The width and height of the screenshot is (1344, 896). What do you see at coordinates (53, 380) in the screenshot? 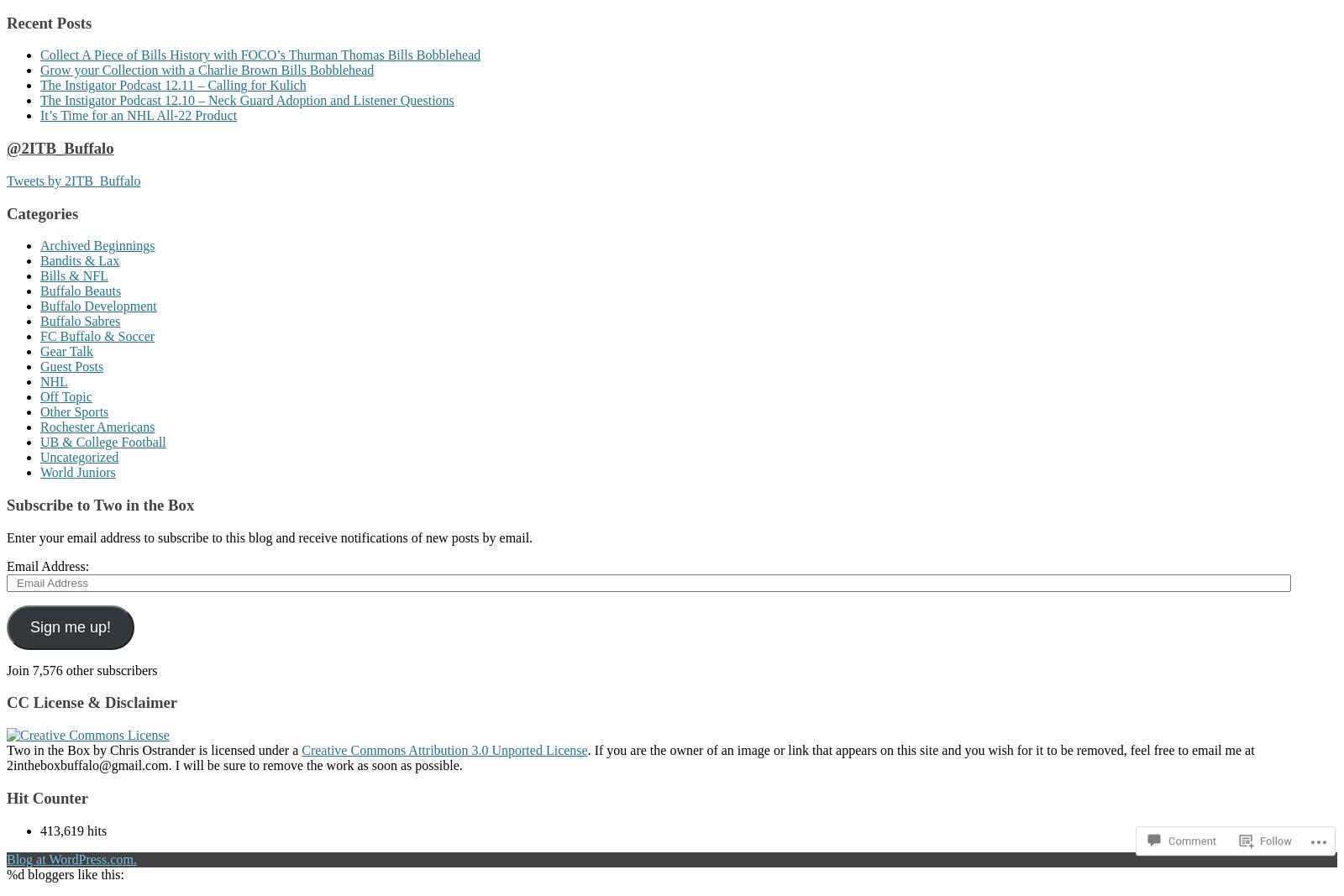
I see `'NHL'` at bounding box center [53, 380].